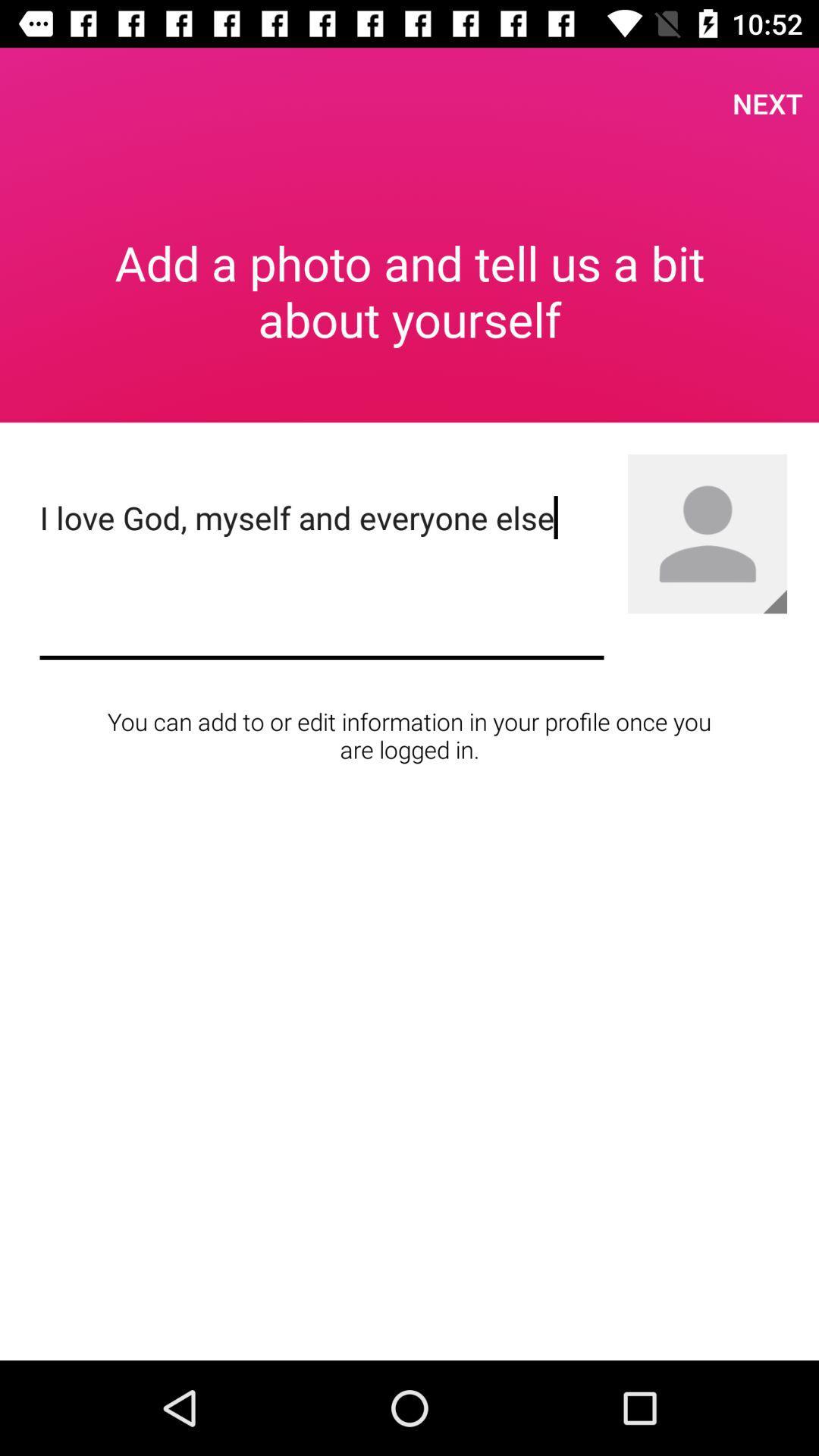 The height and width of the screenshot is (1456, 819). Describe the element at coordinates (775, 601) in the screenshot. I see `the edit icon` at that location.